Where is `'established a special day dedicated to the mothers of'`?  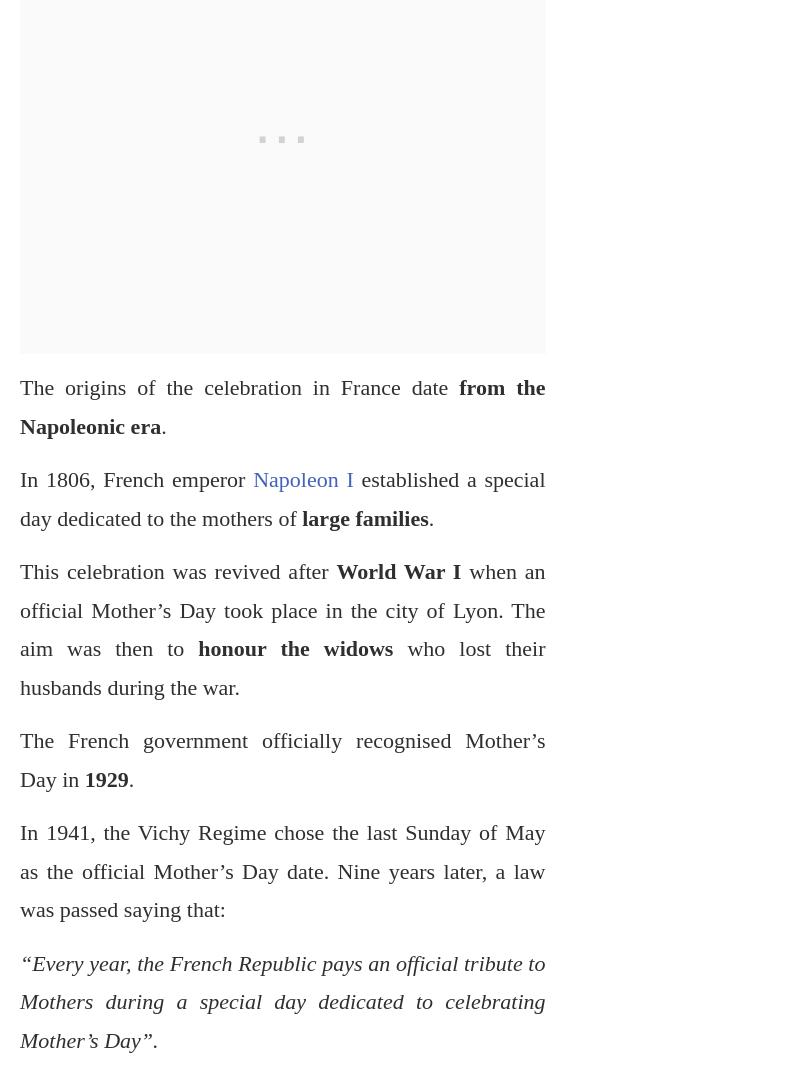
'established a special day dedicated to the mothers of' is located at coordinates (282, 498).